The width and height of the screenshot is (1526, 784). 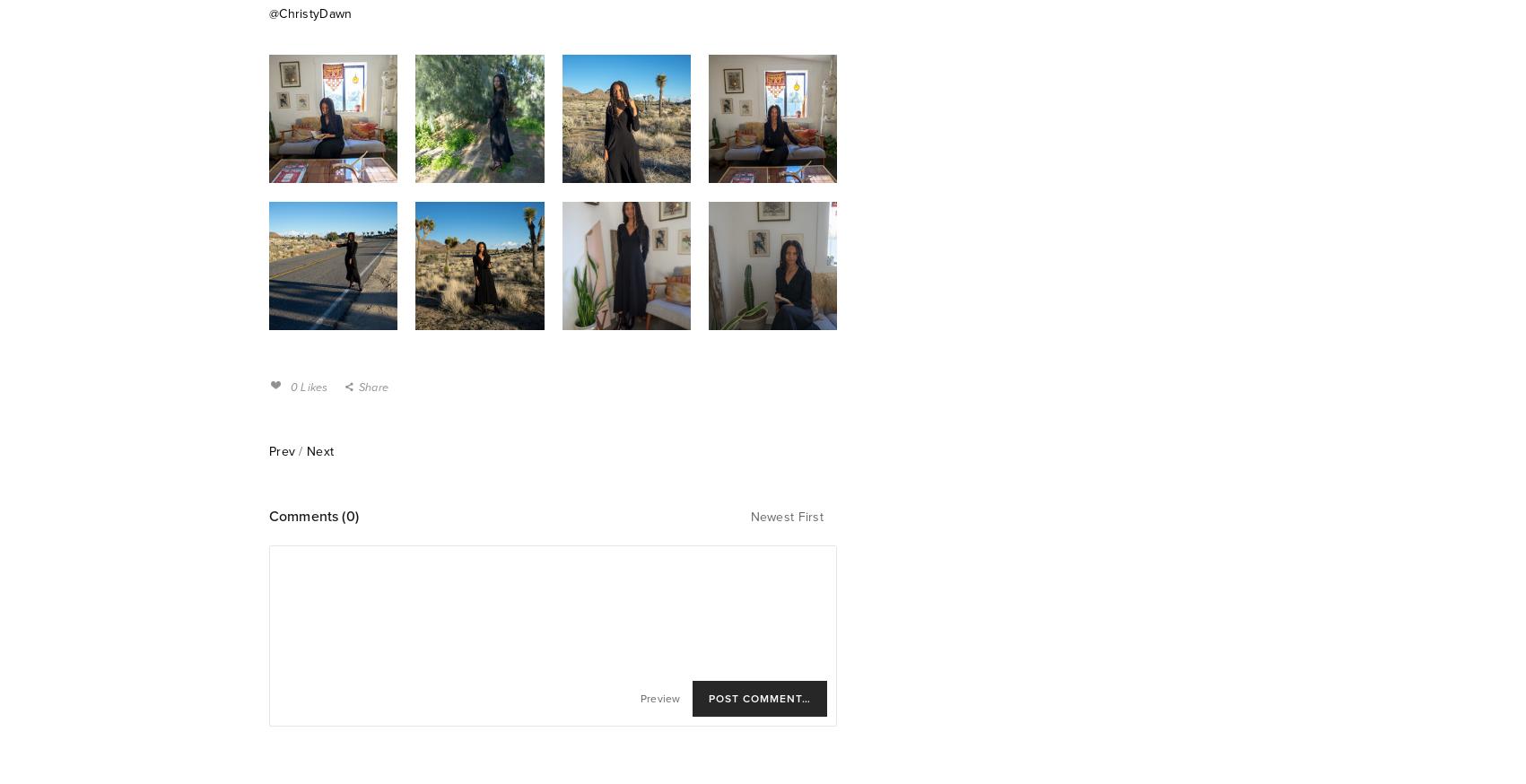 I want to click on '0 Likes', so click(x=308, y=386).